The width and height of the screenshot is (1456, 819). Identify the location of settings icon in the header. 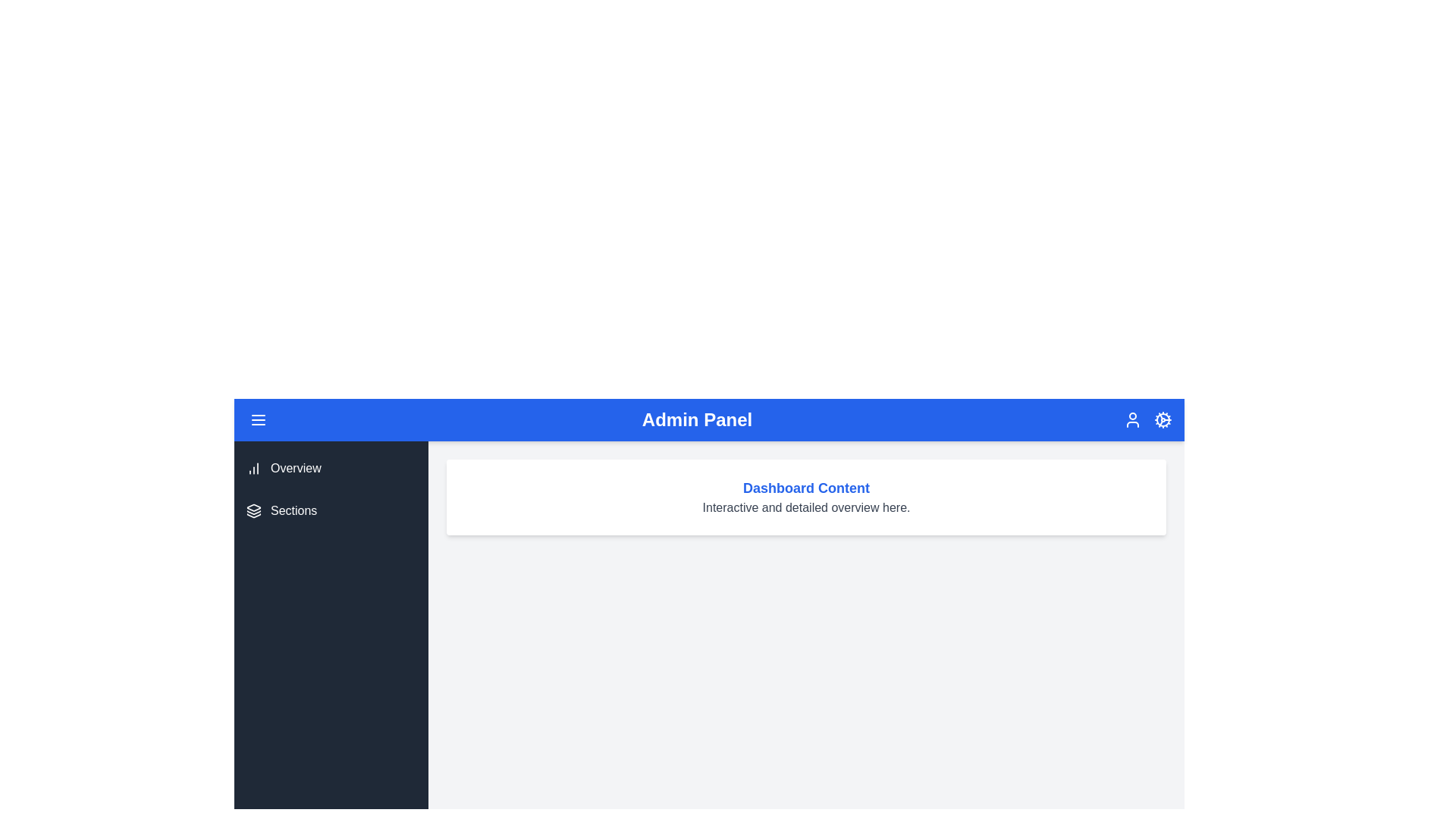
(1162, 420).